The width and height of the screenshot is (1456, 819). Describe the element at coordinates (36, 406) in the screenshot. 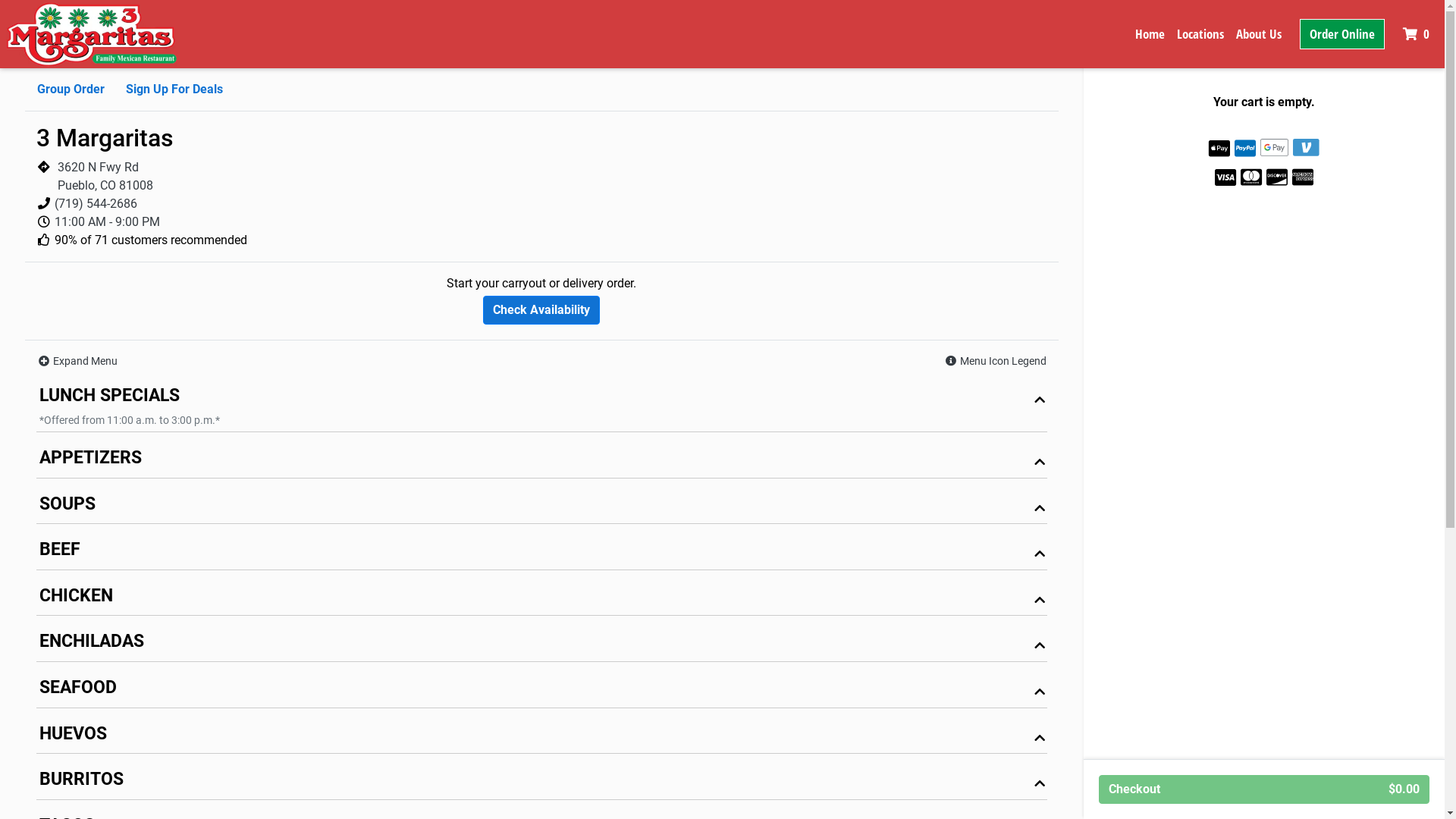

I see `'LUNCH SPECIALS` at that location.